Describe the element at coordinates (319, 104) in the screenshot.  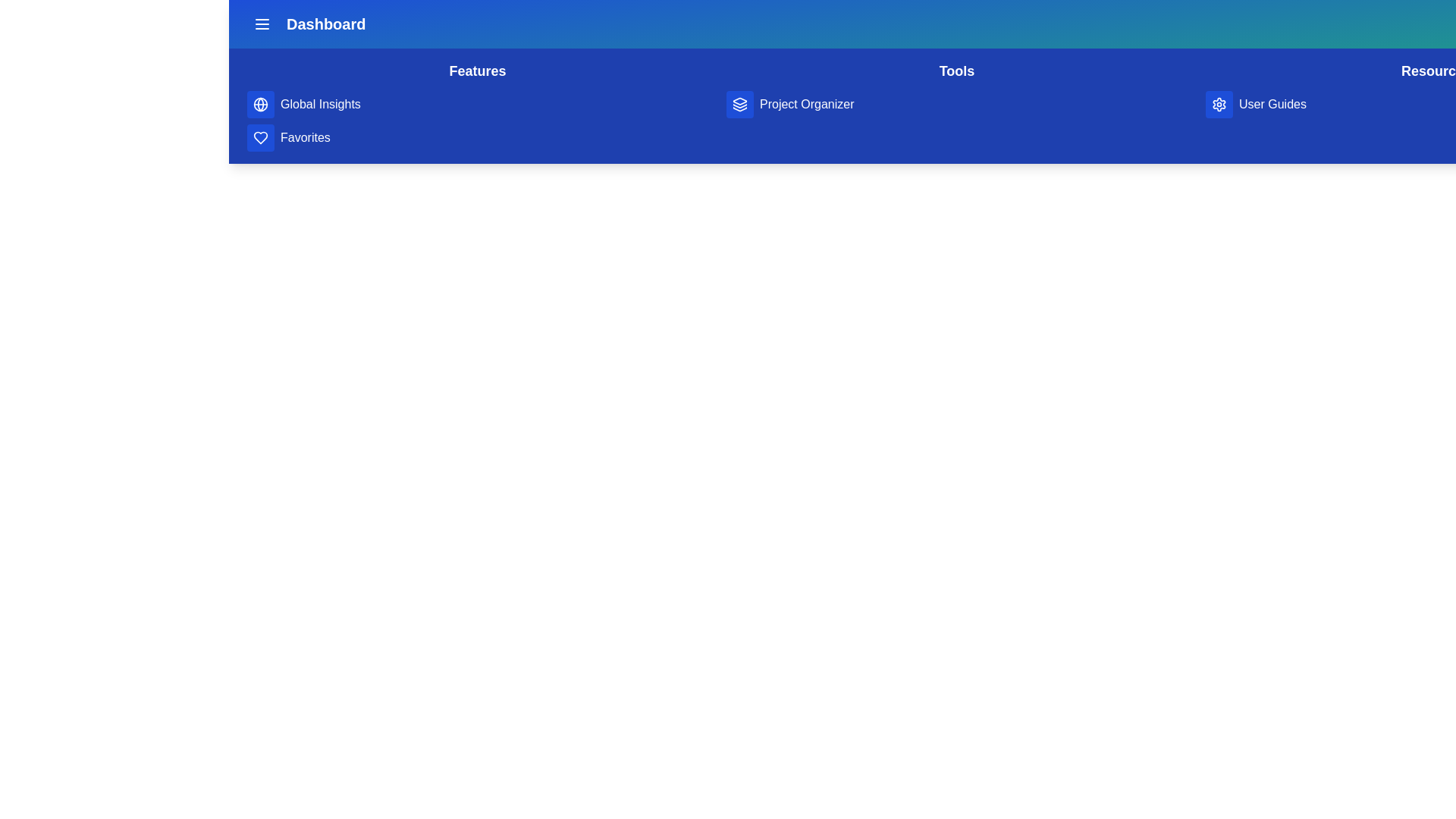
I see `the navigation label for 'Global Insights' located in the navigation bar, positioned to the right of a globe icon and above 'Favorites'` at that location.